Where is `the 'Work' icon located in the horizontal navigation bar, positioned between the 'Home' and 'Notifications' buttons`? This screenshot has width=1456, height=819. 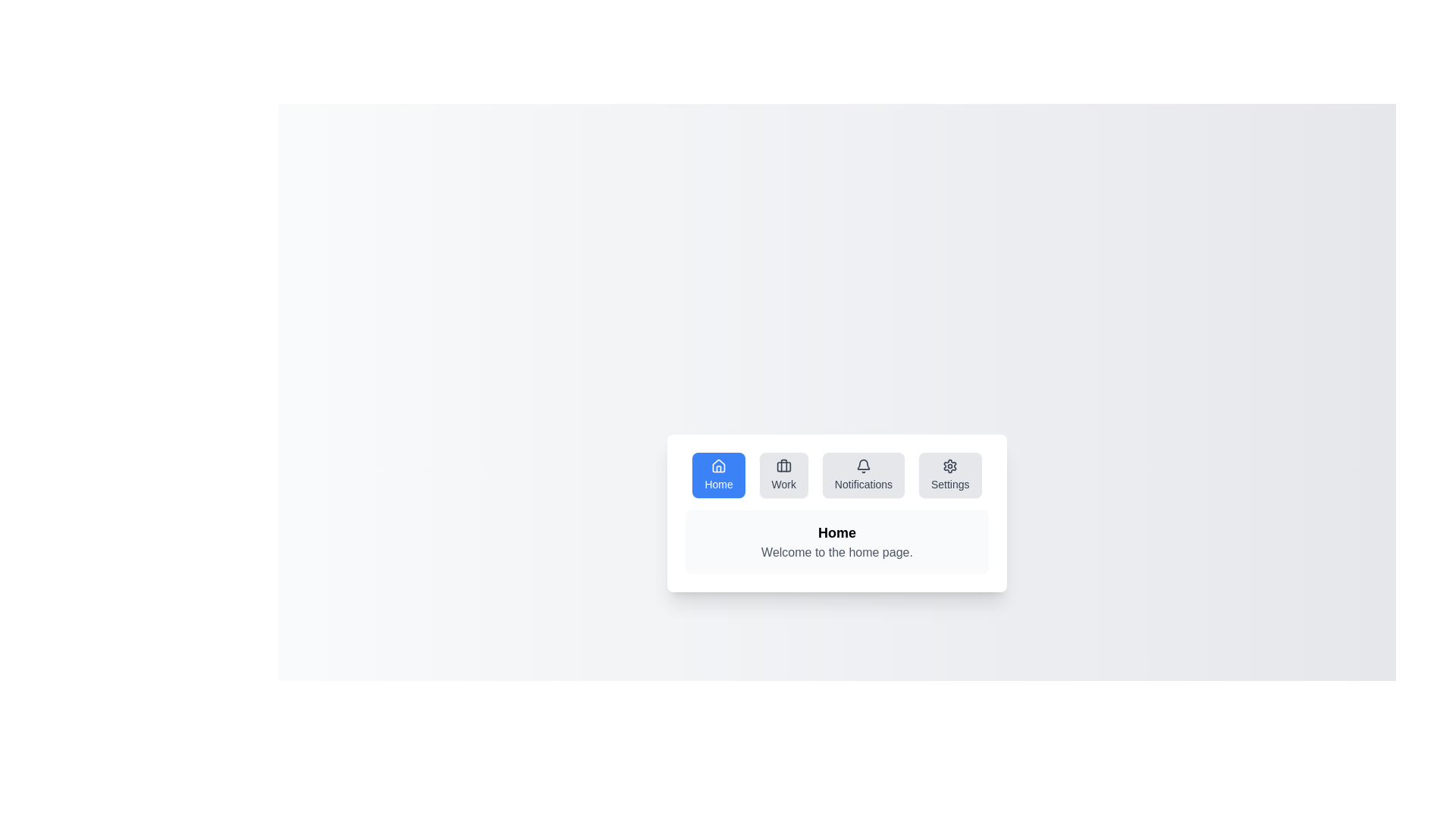 the 'Work' icon located in the horizontal navigation bar, positioned between the 'Home' and 'Notifications' buttons is located at coordinates (783, 465).